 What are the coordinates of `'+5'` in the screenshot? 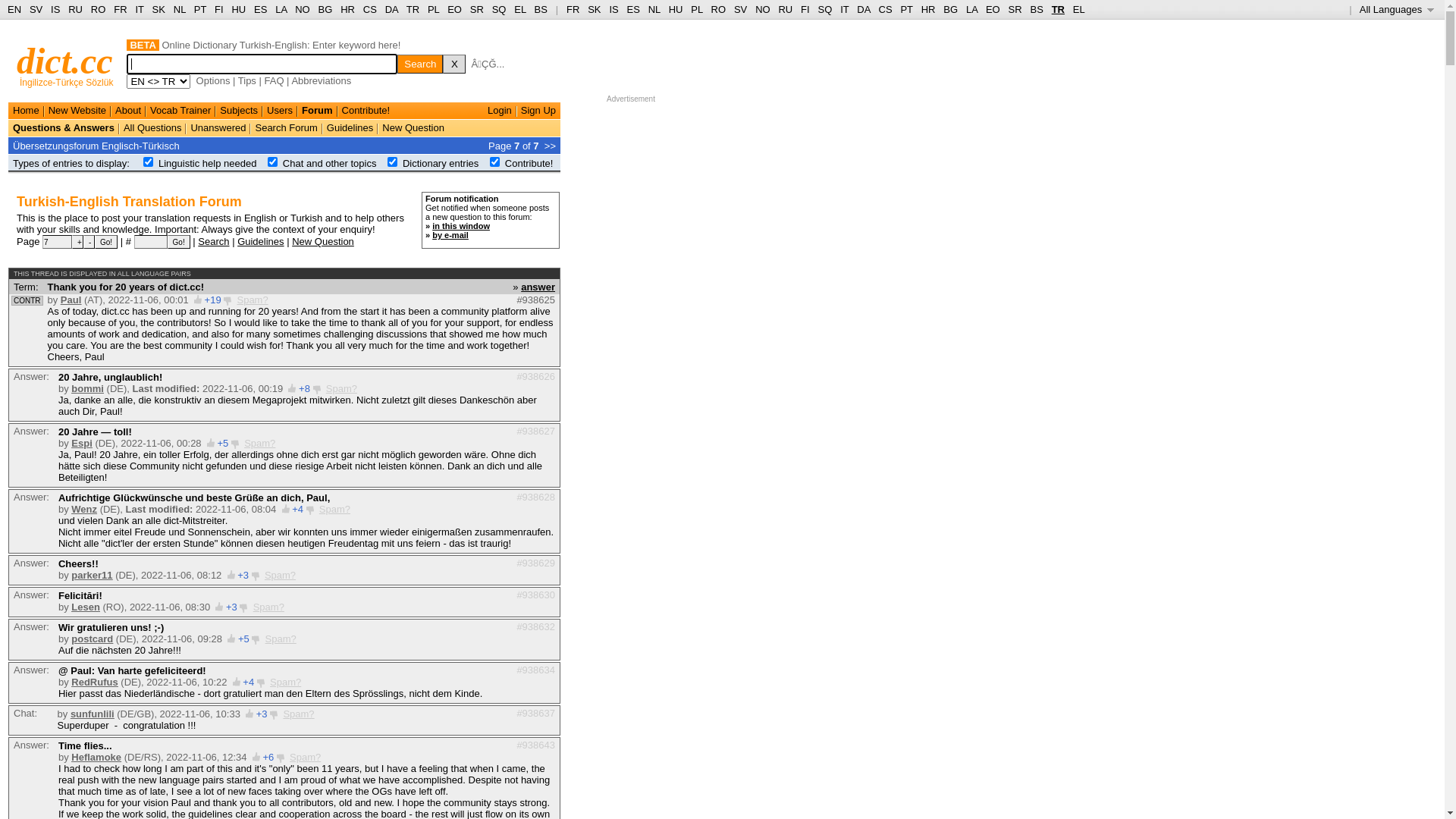 It's located at (243, 639).